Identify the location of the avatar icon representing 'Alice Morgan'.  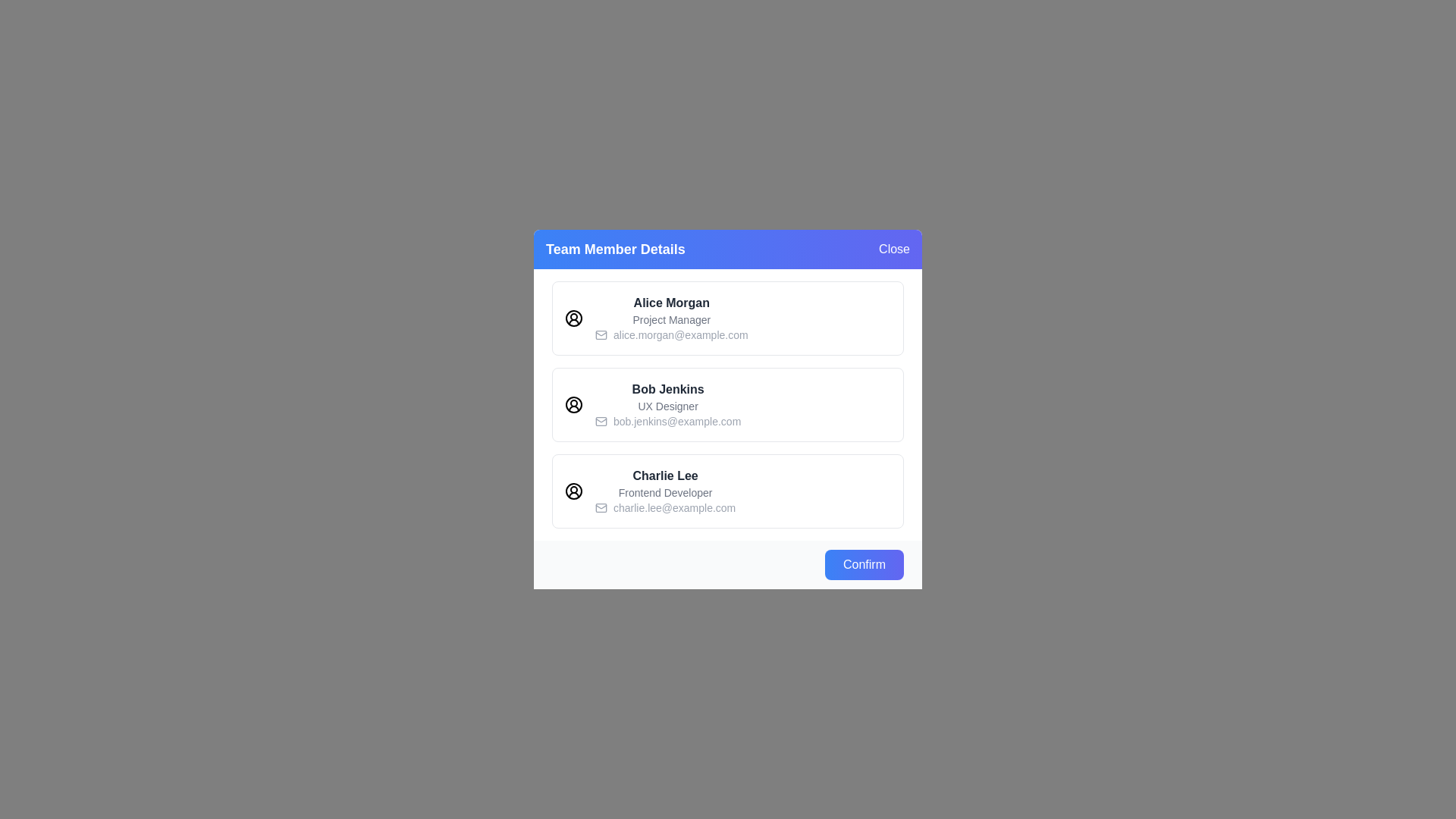
(573, 318).